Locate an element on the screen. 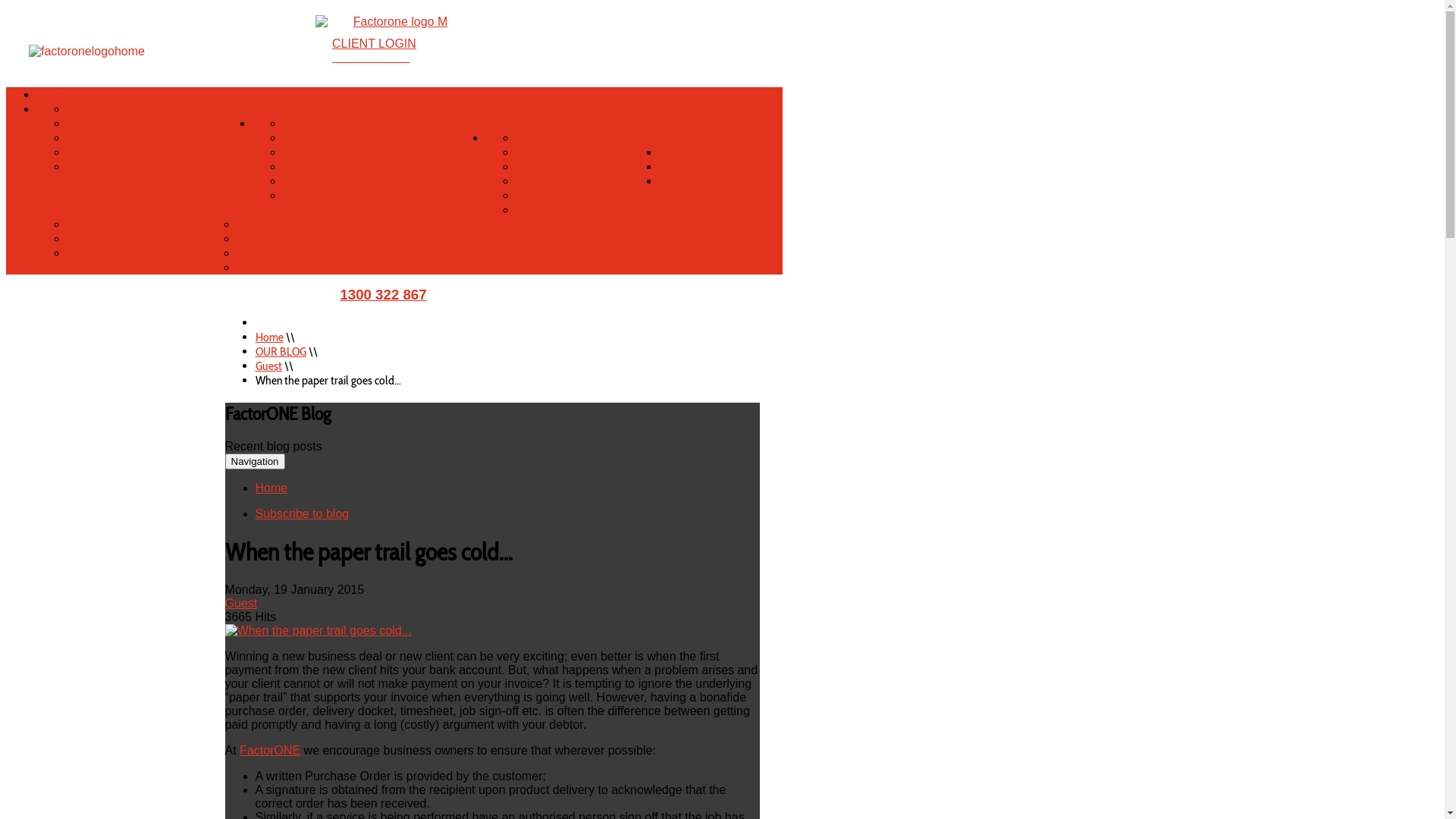 Image resolution: width=1456 pixels, height=819 pixels. 'When the paper trail goes cold...' is located at coordinates (318, 630).